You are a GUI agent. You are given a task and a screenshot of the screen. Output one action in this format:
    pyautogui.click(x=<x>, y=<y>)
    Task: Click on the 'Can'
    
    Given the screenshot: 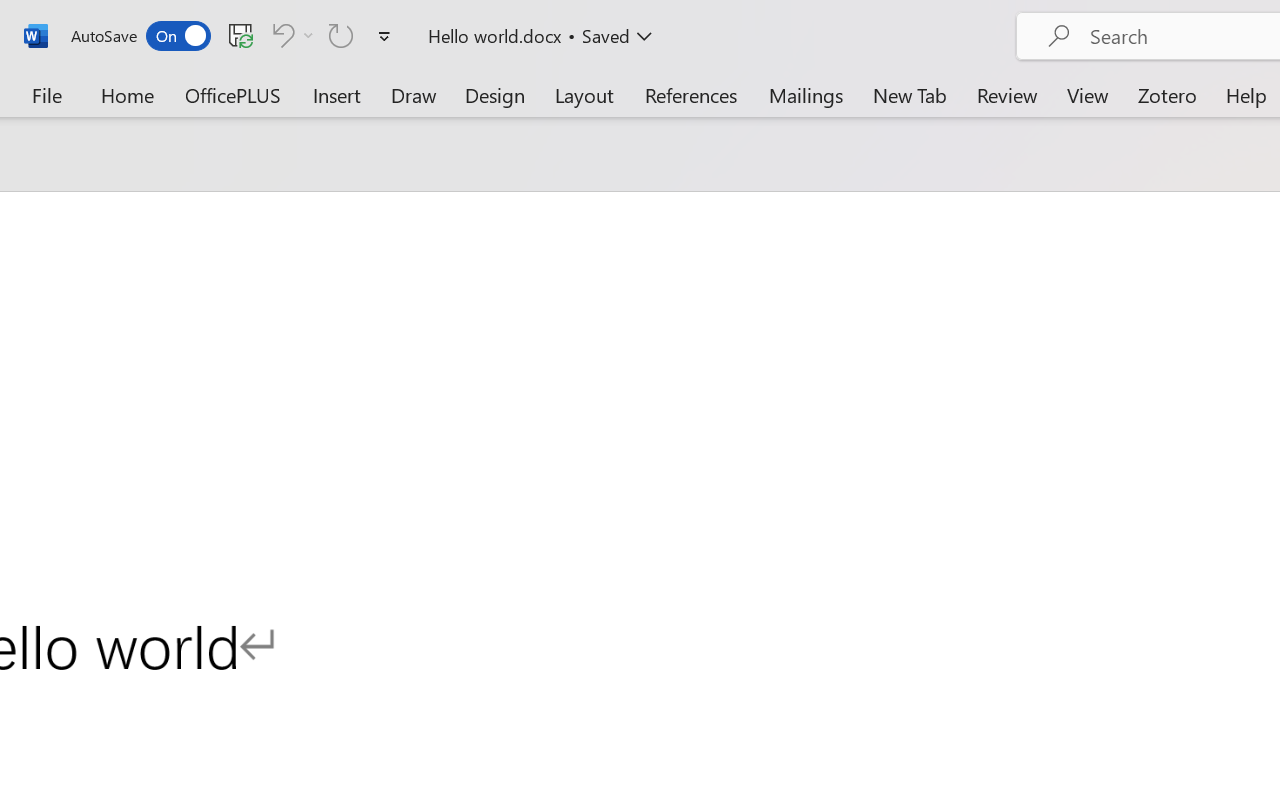 What is the action you would take?
    pyautogui.click(x=279, y=34)
    